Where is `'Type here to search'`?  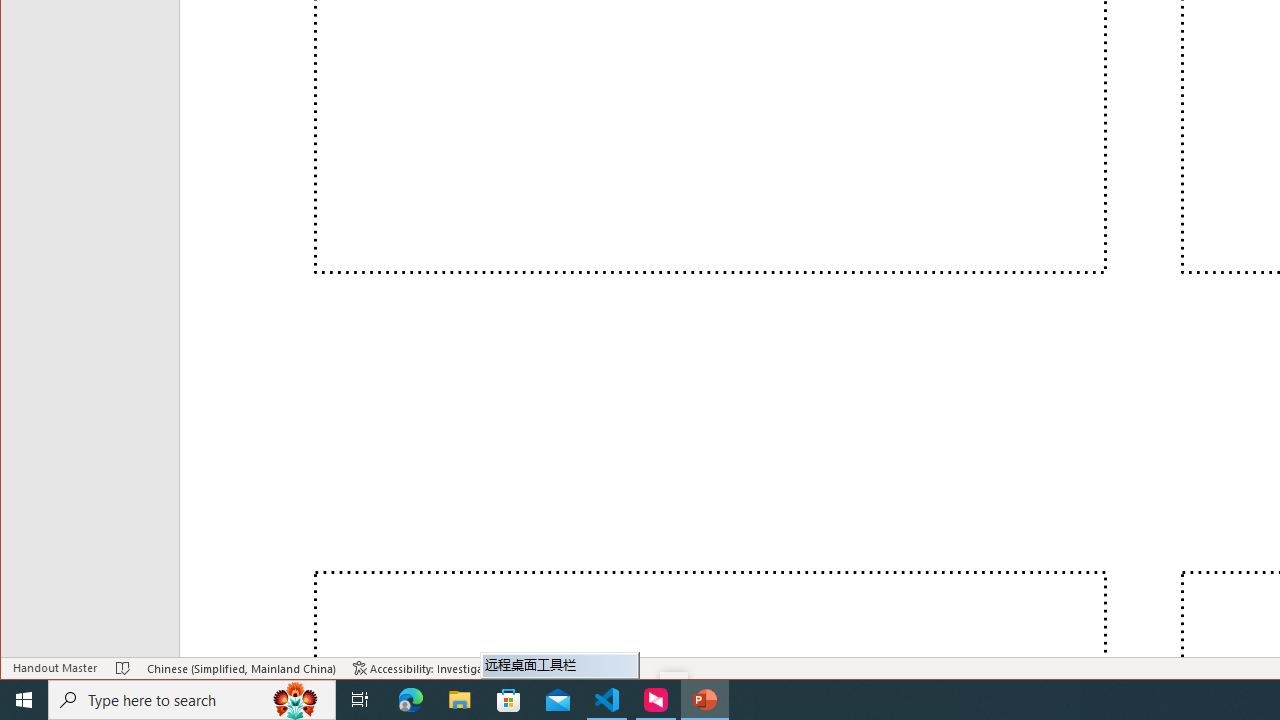
'Type here to search' is located at coordinates (192, 698).